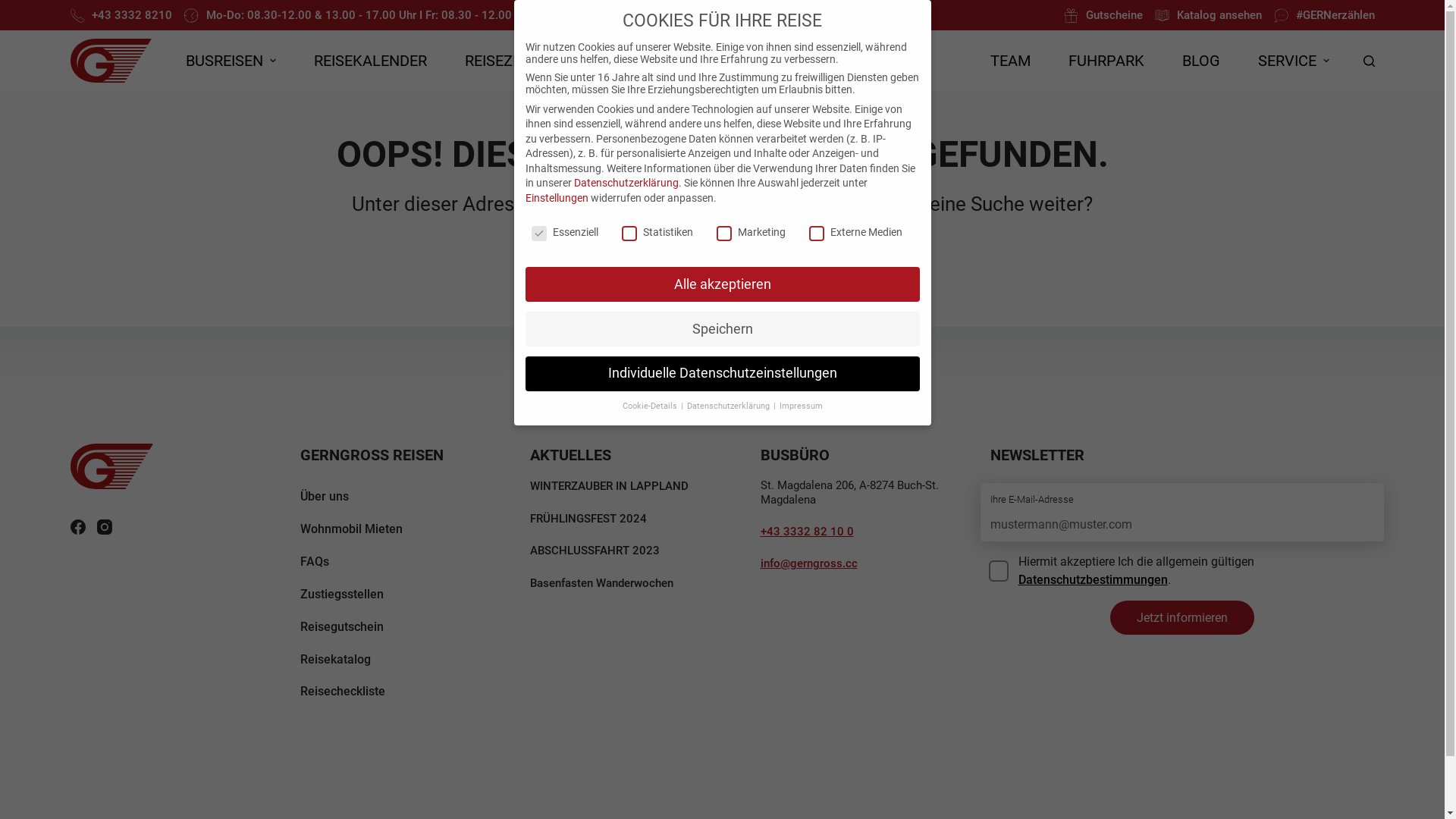 This screenshot has width=1456, height=819. I want to click on 'GRUPPENREISEN', so click(638, 60).